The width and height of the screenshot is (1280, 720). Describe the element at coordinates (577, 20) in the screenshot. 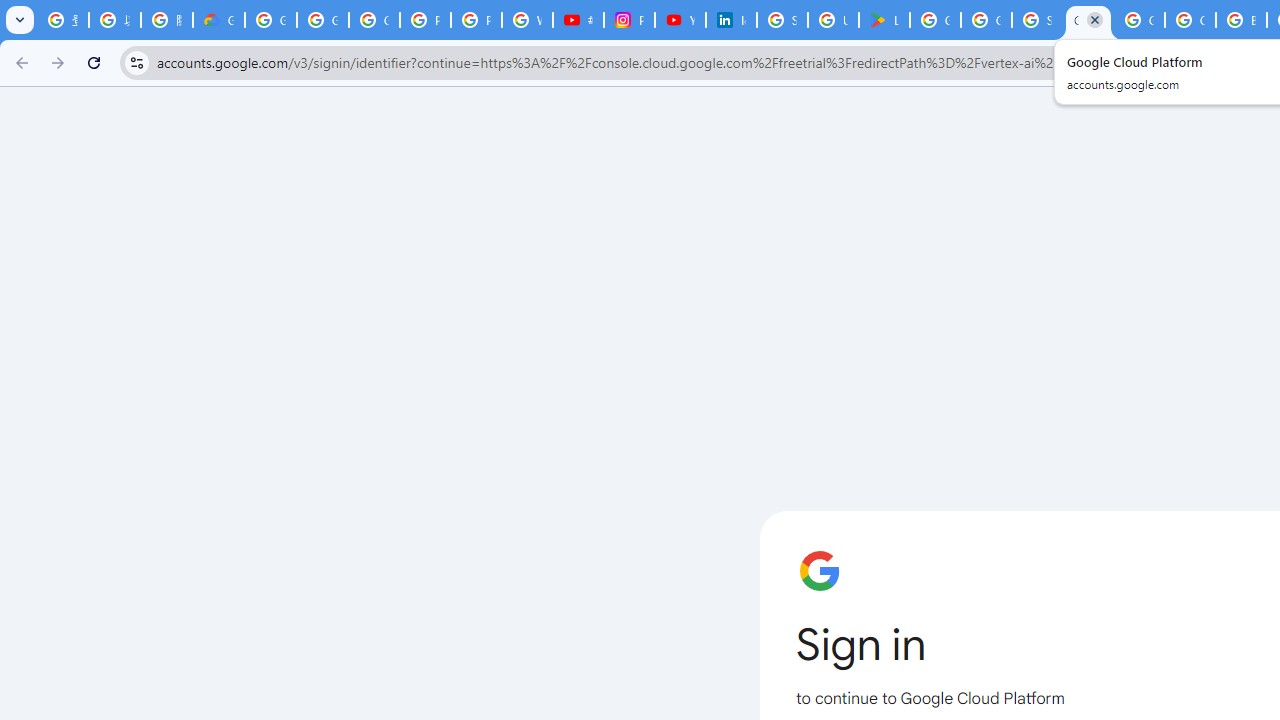

I see `'#nbabasketballhighlights - YouTube'` at that location.